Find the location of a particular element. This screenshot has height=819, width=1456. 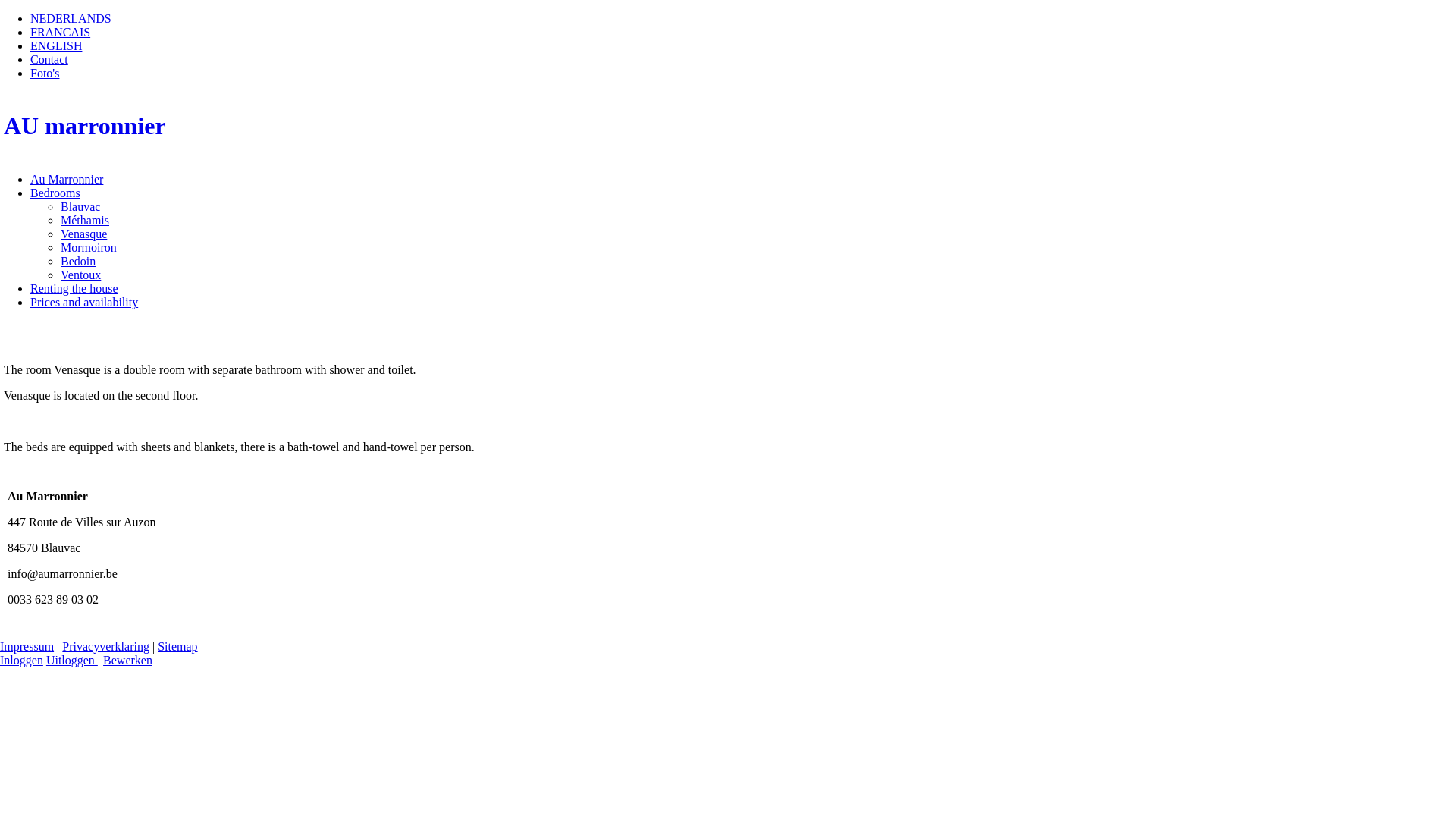

'Au Marronnier' is located at coordinates (30, 178).